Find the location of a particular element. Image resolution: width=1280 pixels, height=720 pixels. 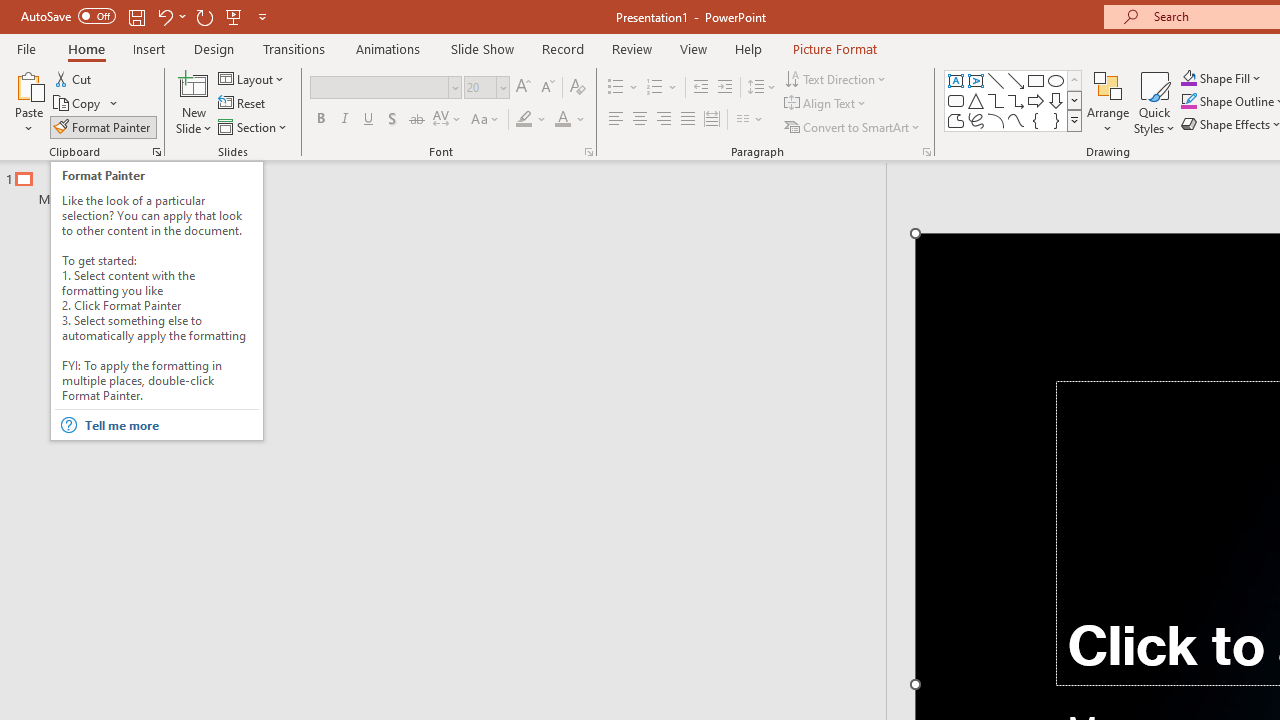

'Align Right' is located at coordinates (663, 119).